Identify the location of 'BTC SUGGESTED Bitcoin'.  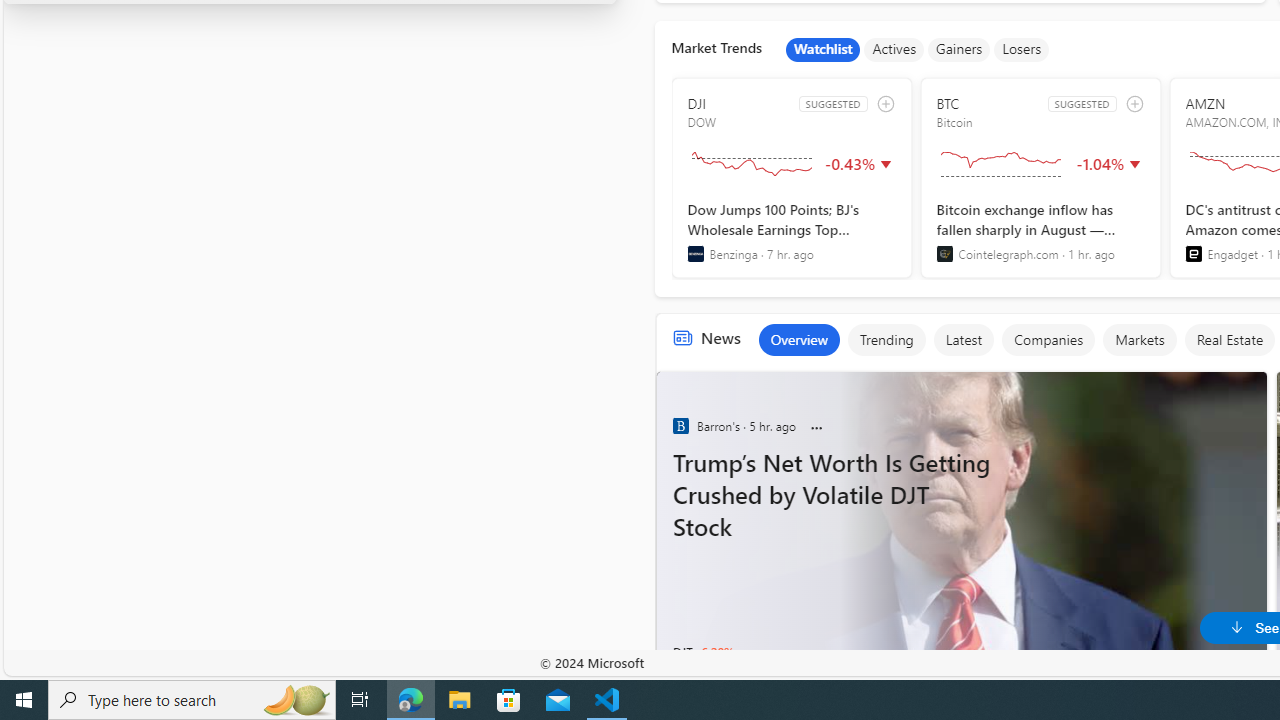
(1040, 177).